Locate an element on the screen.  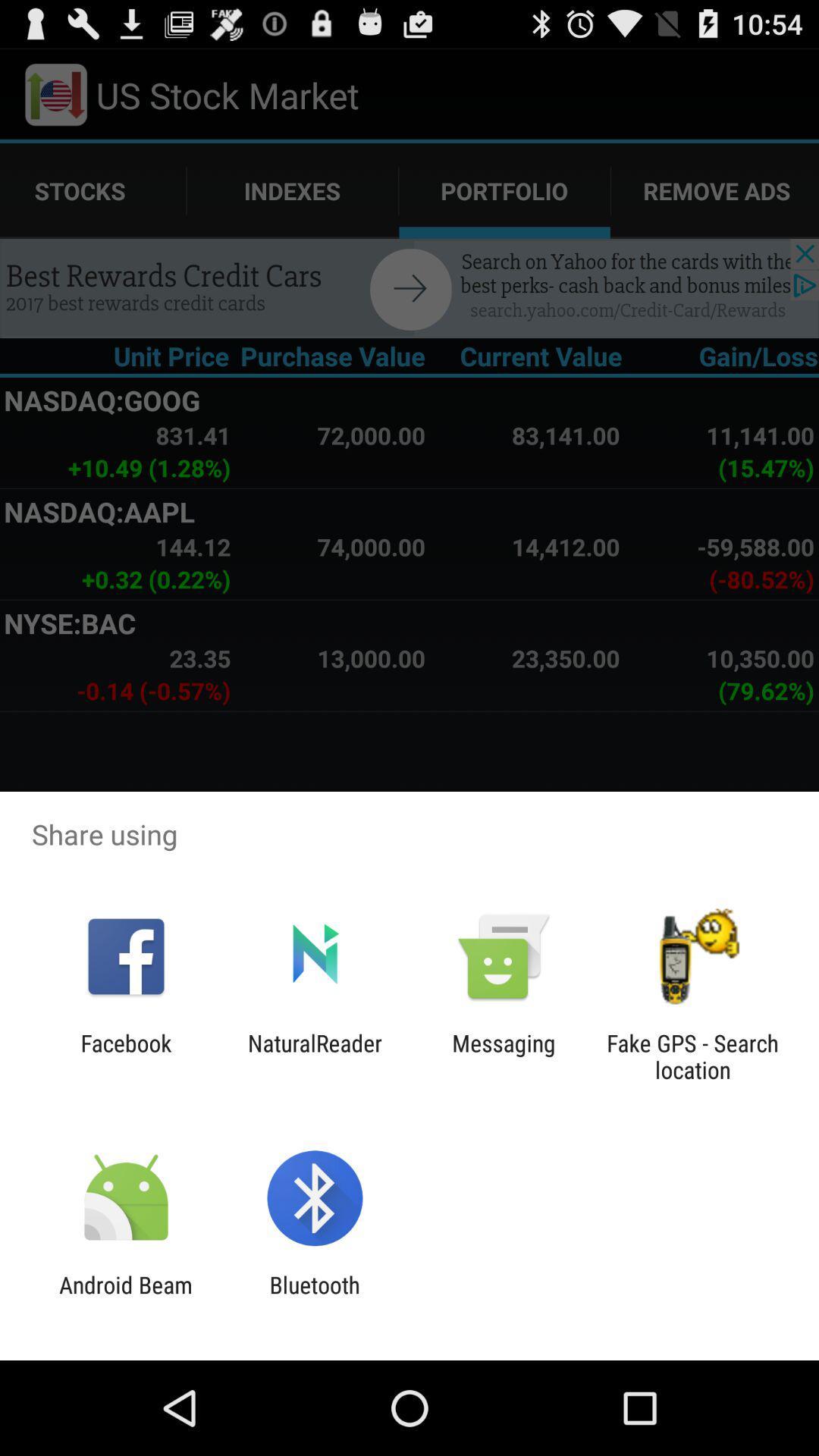
the app next to messaging item is located at coordinates (692, 1056).